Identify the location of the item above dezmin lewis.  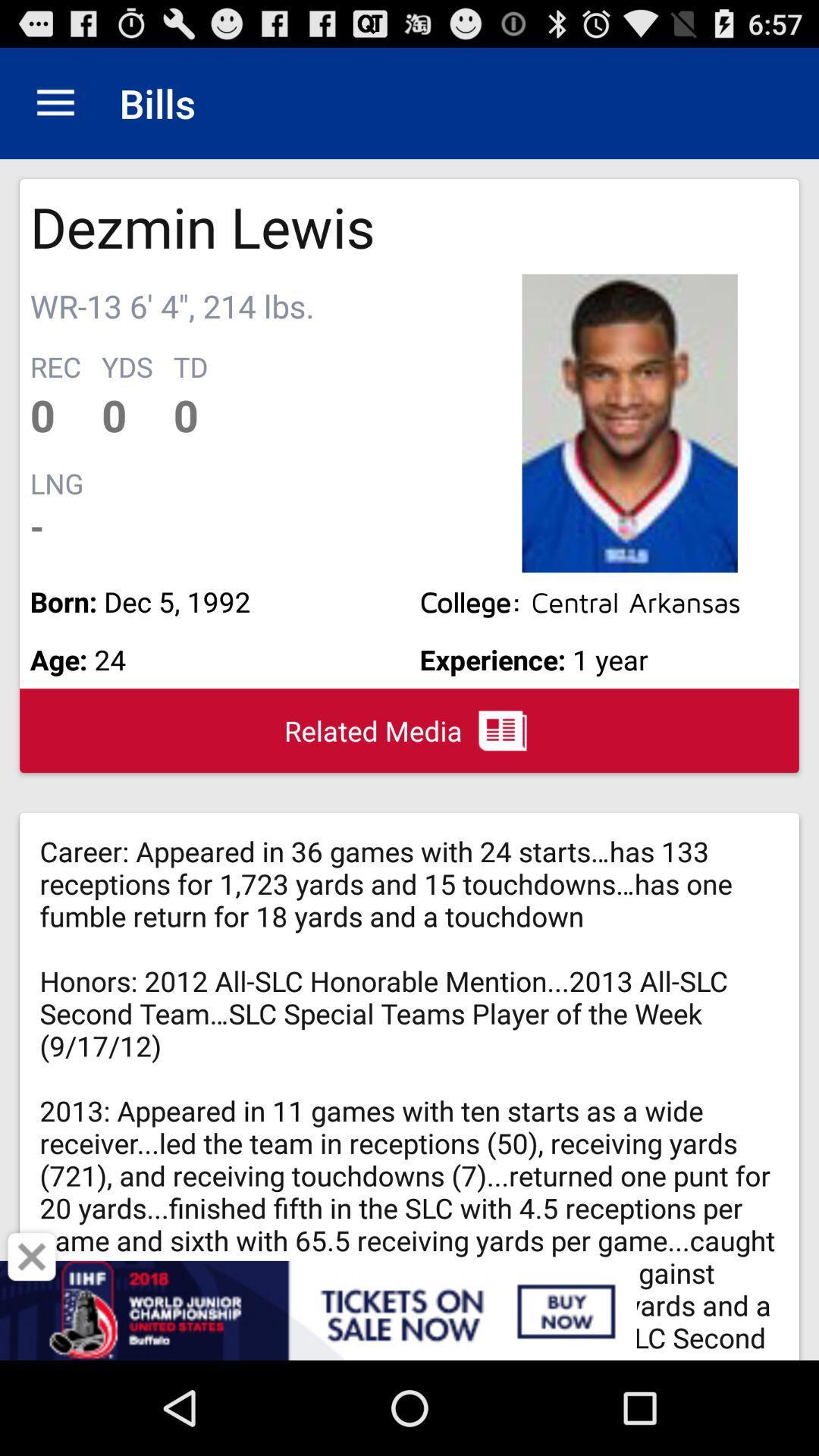
(55, 102).